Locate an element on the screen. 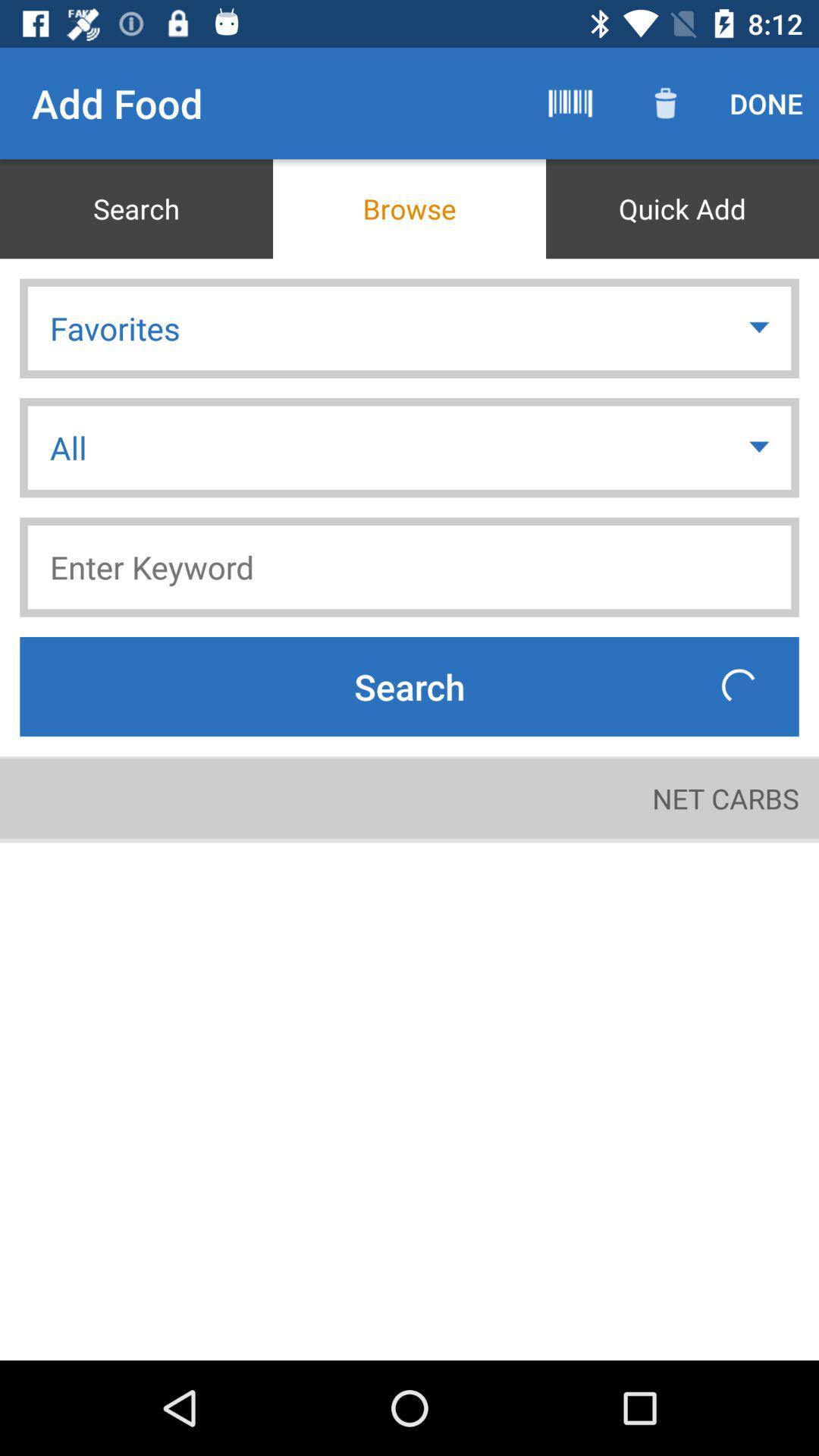 Image resolution: width=819 pixels, height=1456 pixels. the icon to the right of search item is located at coordinates (570, 102).